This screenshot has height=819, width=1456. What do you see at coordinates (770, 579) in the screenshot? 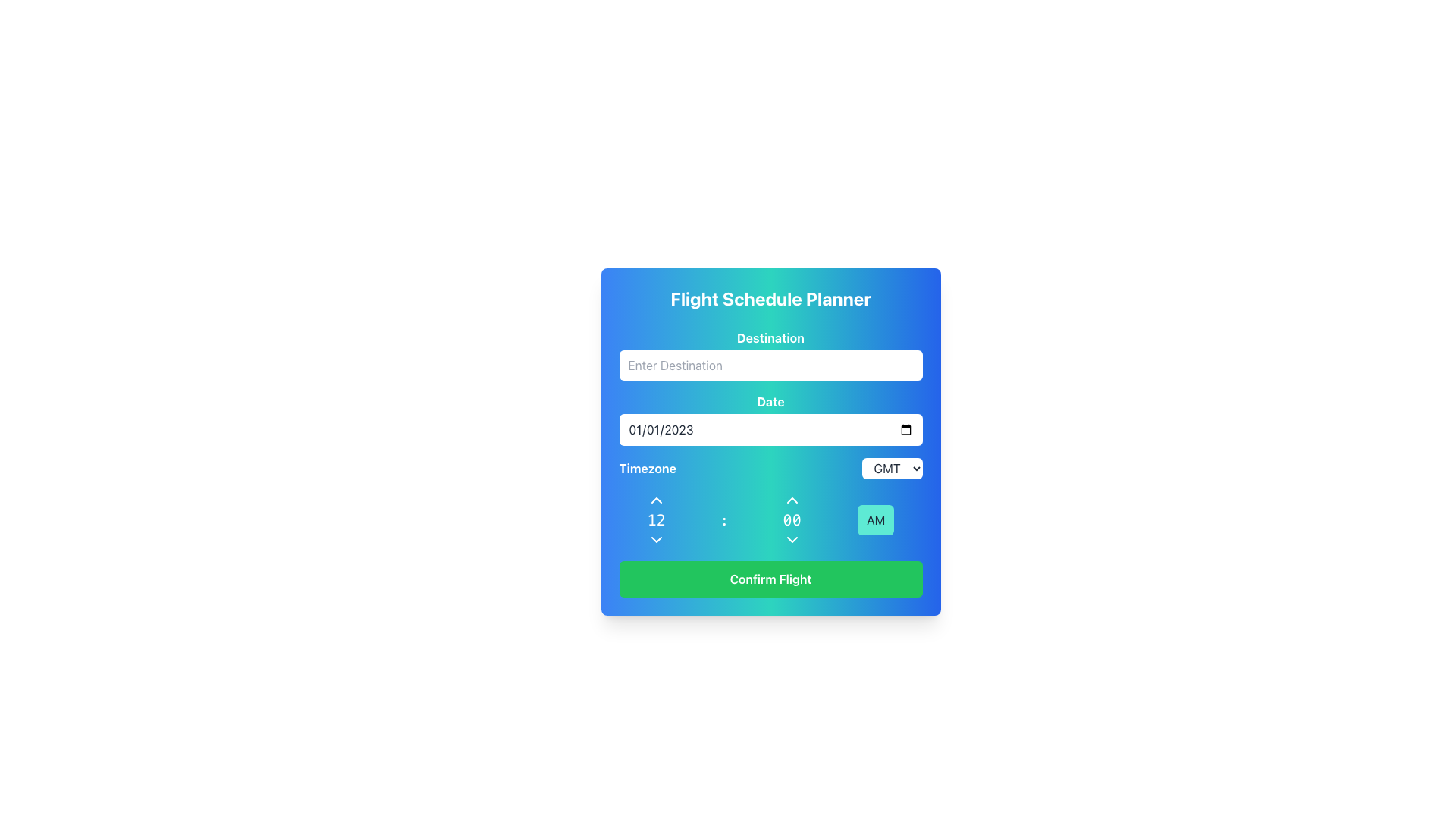
I see `the 'Confirm Flight' button located at the bottom of the flight scheduling interface` at bounding box center [770, 579].